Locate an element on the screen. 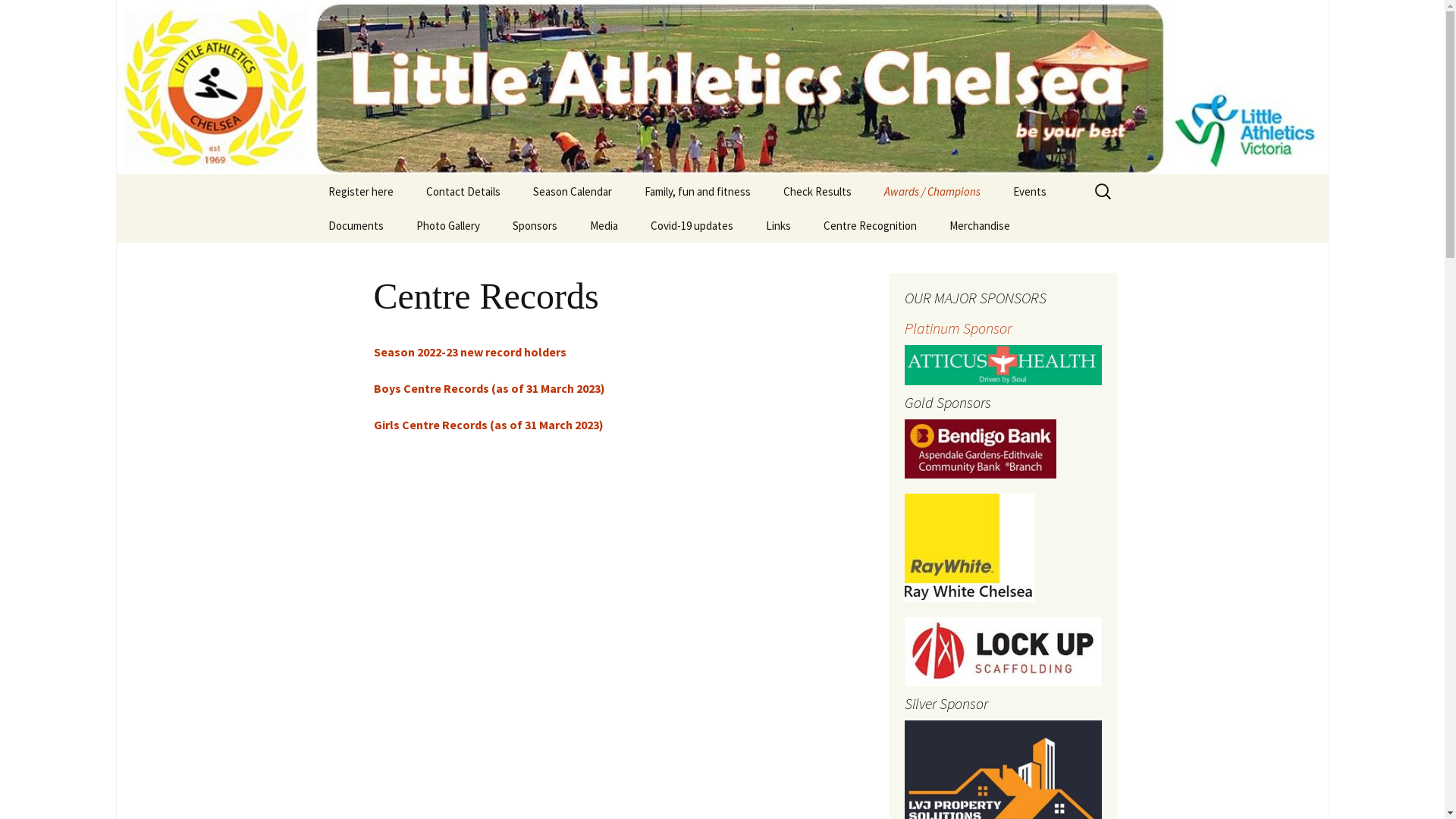 Image resolution: width=1456 pixels, height=819 pixels. 'Season Calendar' is located at coordinates (570, 190).